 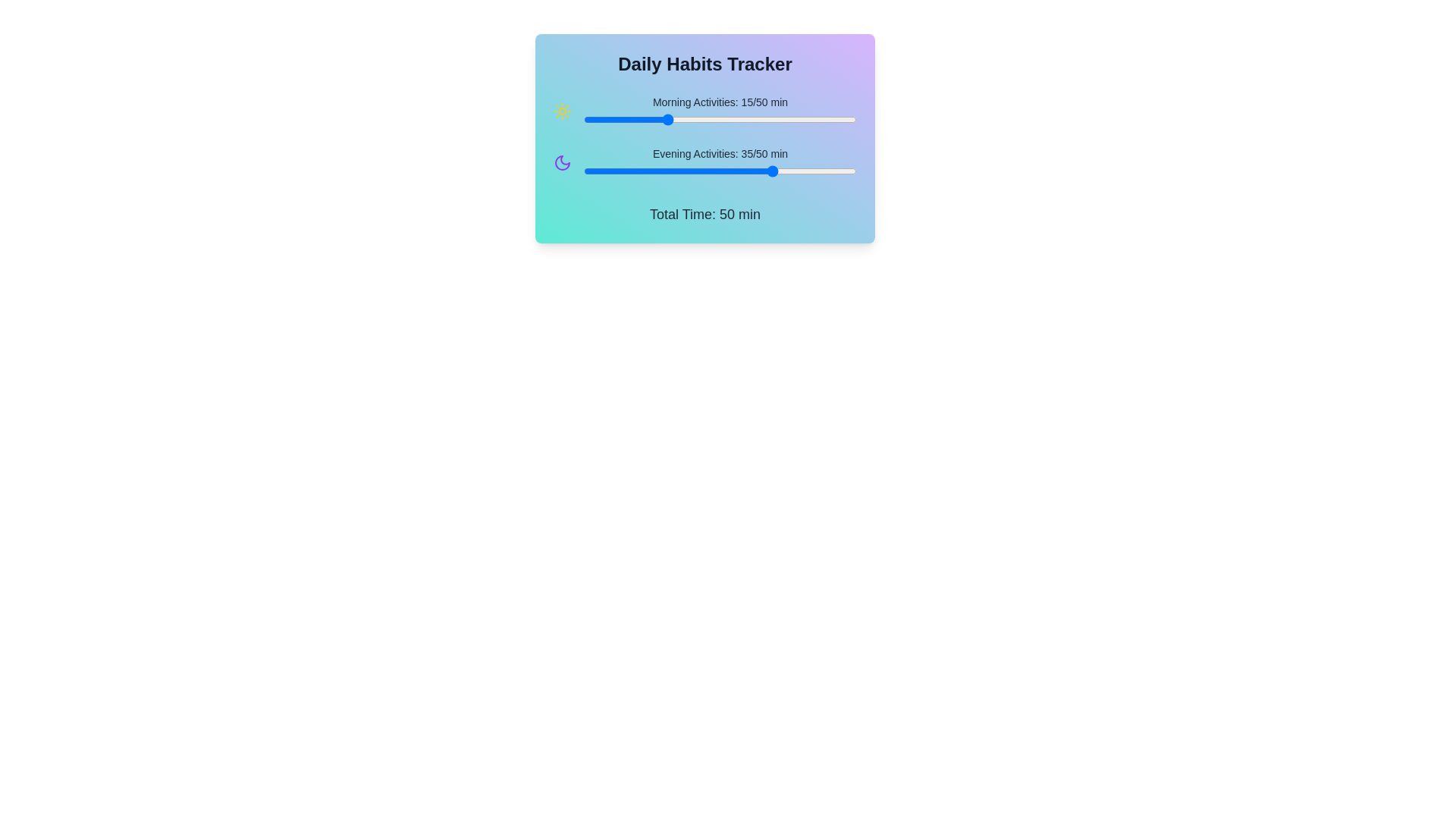 I want to click on evening activity time, so click(x=588, y=171).